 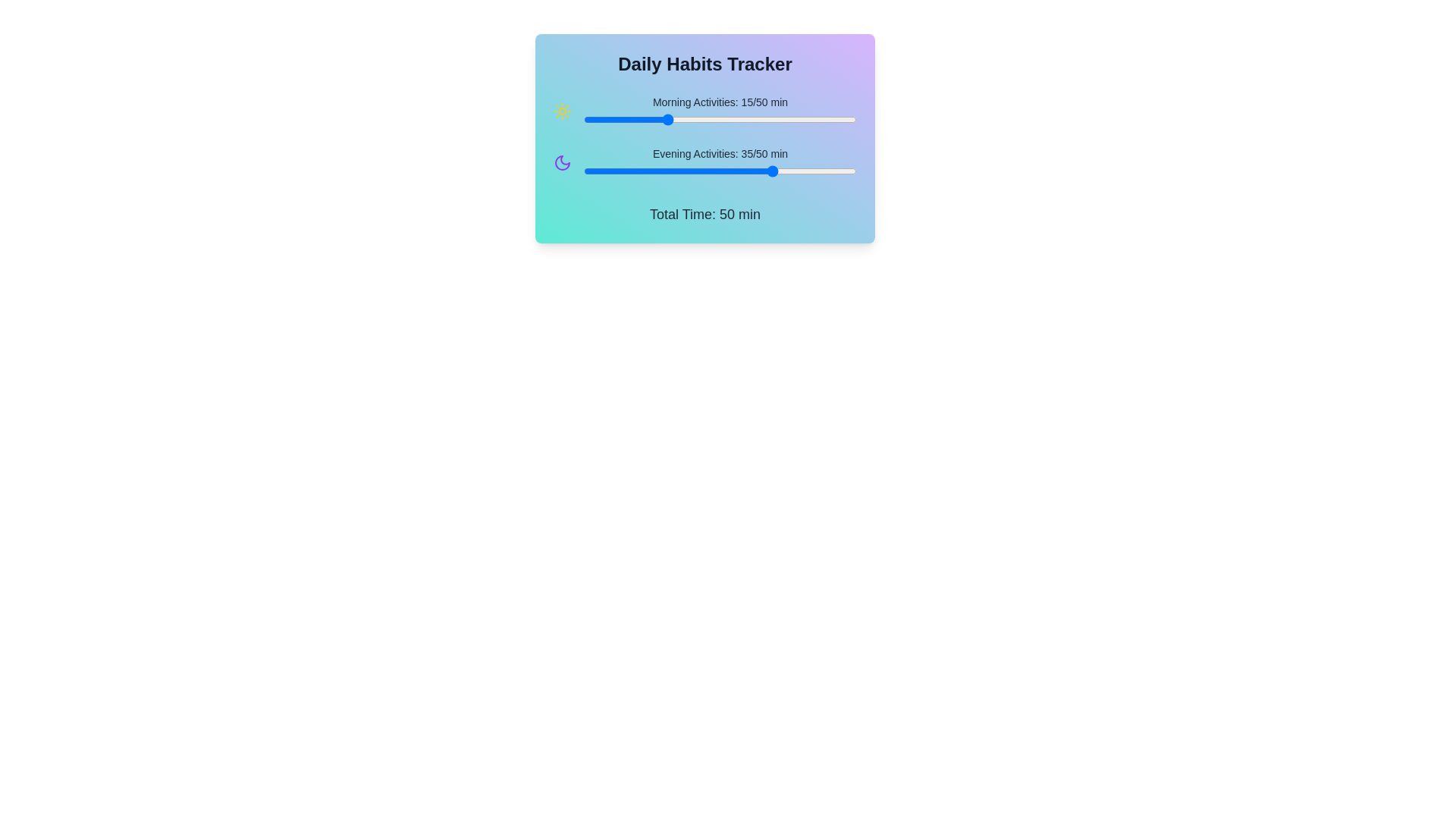 I want to click on evening activity time, so click(x=588, y=171).